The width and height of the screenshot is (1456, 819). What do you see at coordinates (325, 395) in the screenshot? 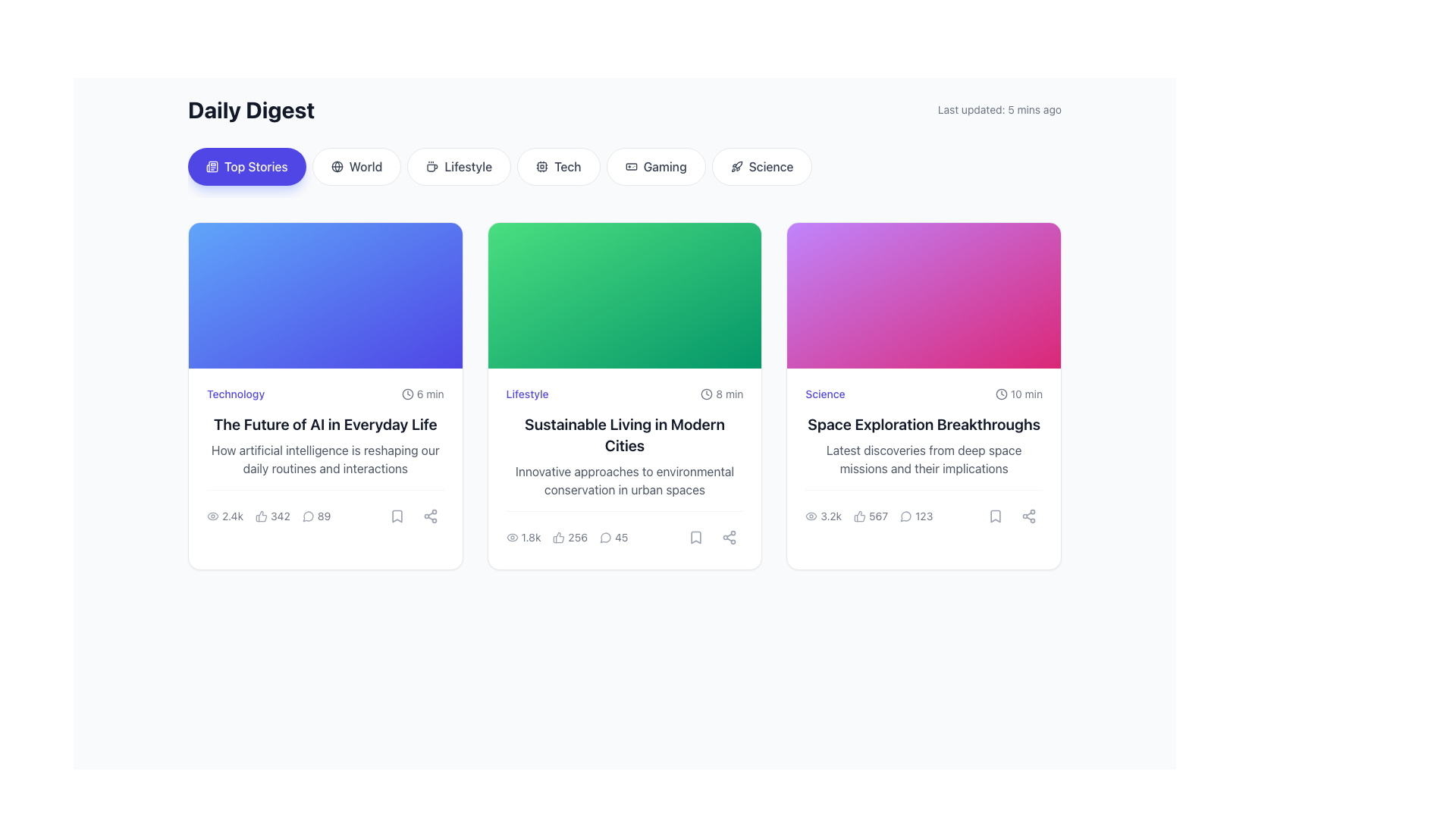
I see `the card titled 'The Future of AI in Everyday Life'` at bounding box center [325, 395].